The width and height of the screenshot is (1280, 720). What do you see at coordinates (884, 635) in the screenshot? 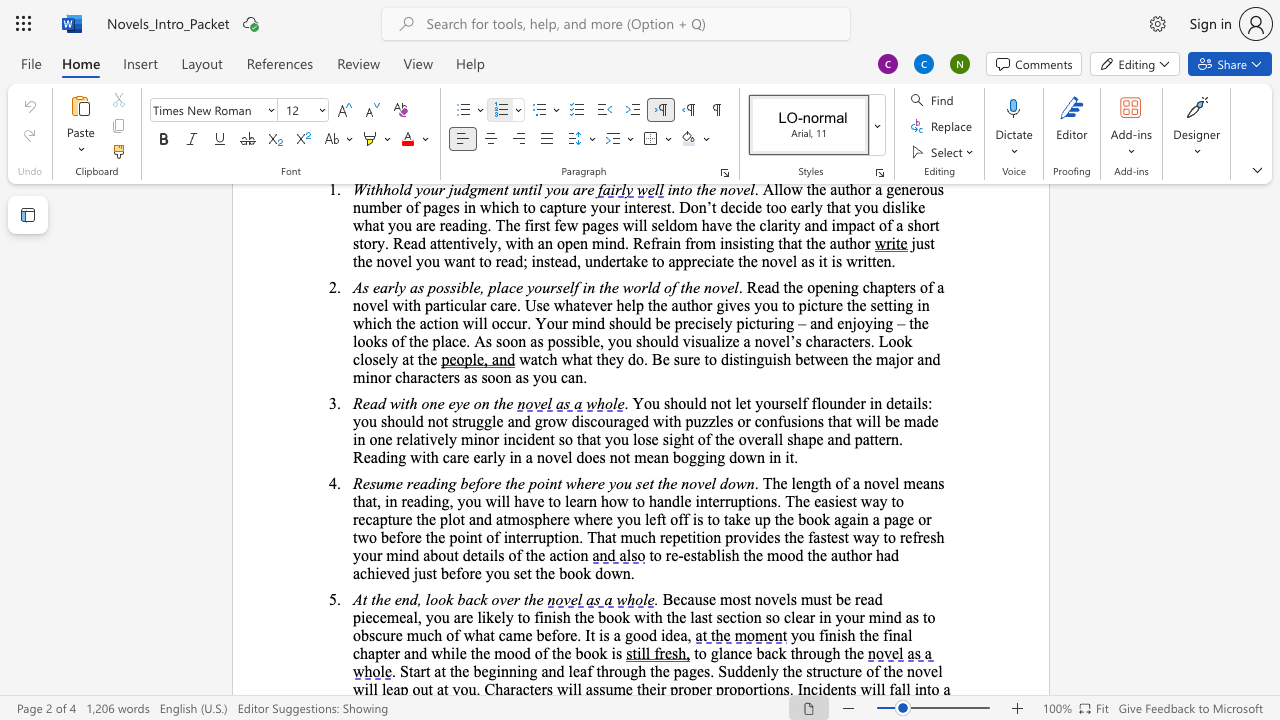
I see `the 1th character "f" in the text` at bounding box center [884, 635].